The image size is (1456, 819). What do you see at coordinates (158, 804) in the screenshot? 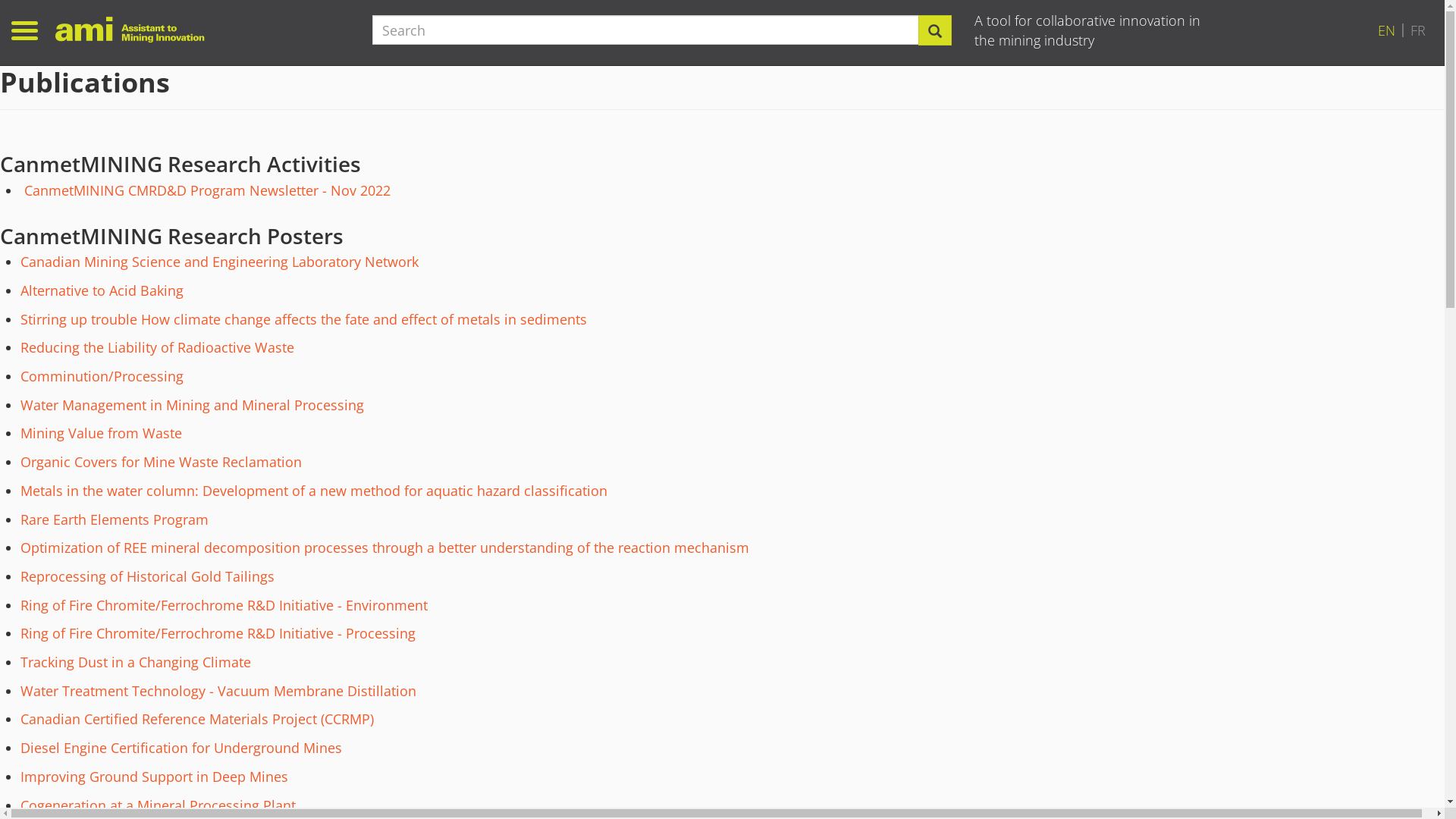
I see `'Cogeneration at a Mineral Processing Plant'` at bounding box center [158, 804].